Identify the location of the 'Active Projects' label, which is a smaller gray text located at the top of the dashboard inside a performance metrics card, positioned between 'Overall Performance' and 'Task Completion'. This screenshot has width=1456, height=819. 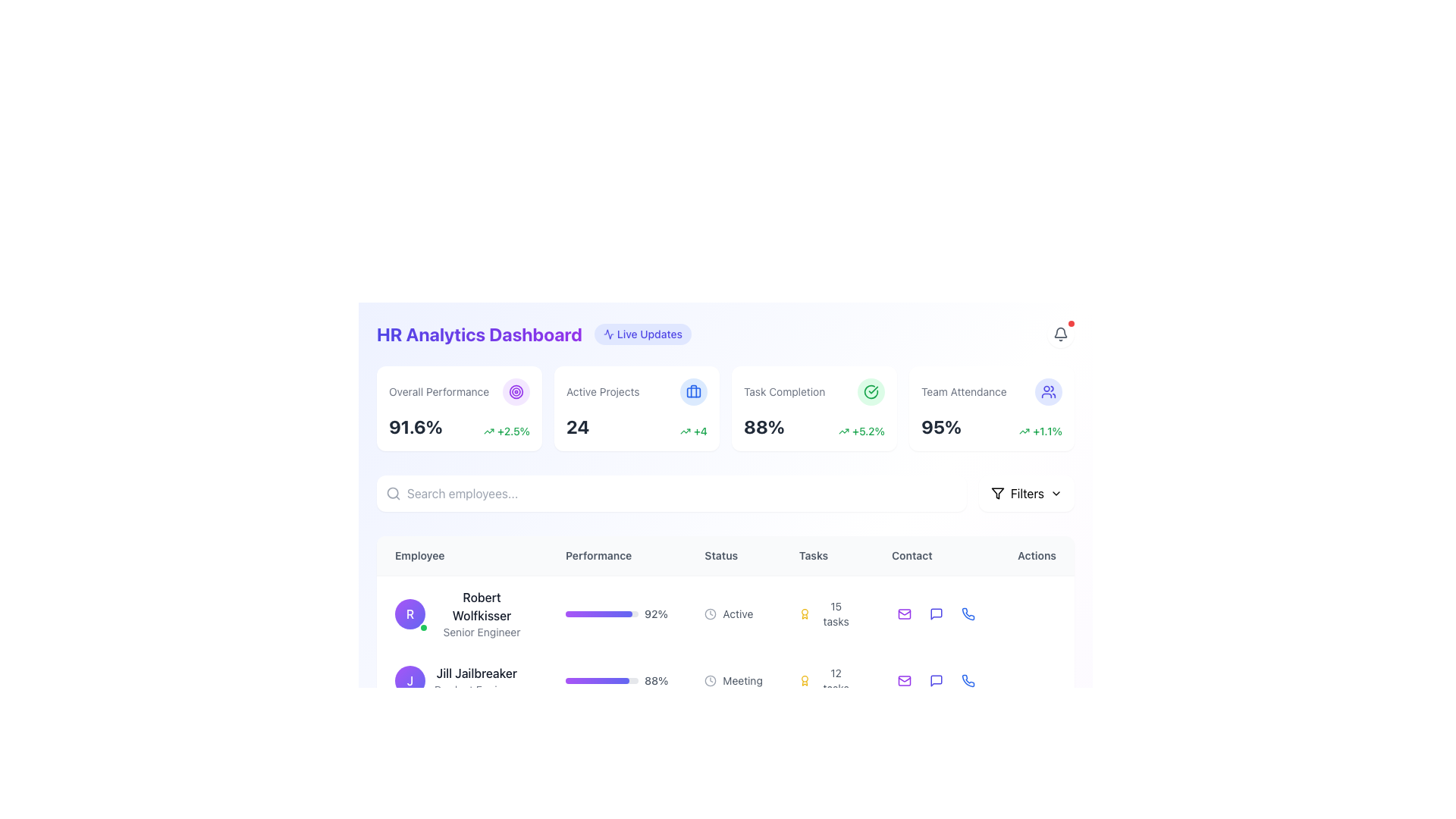
(602, 391).